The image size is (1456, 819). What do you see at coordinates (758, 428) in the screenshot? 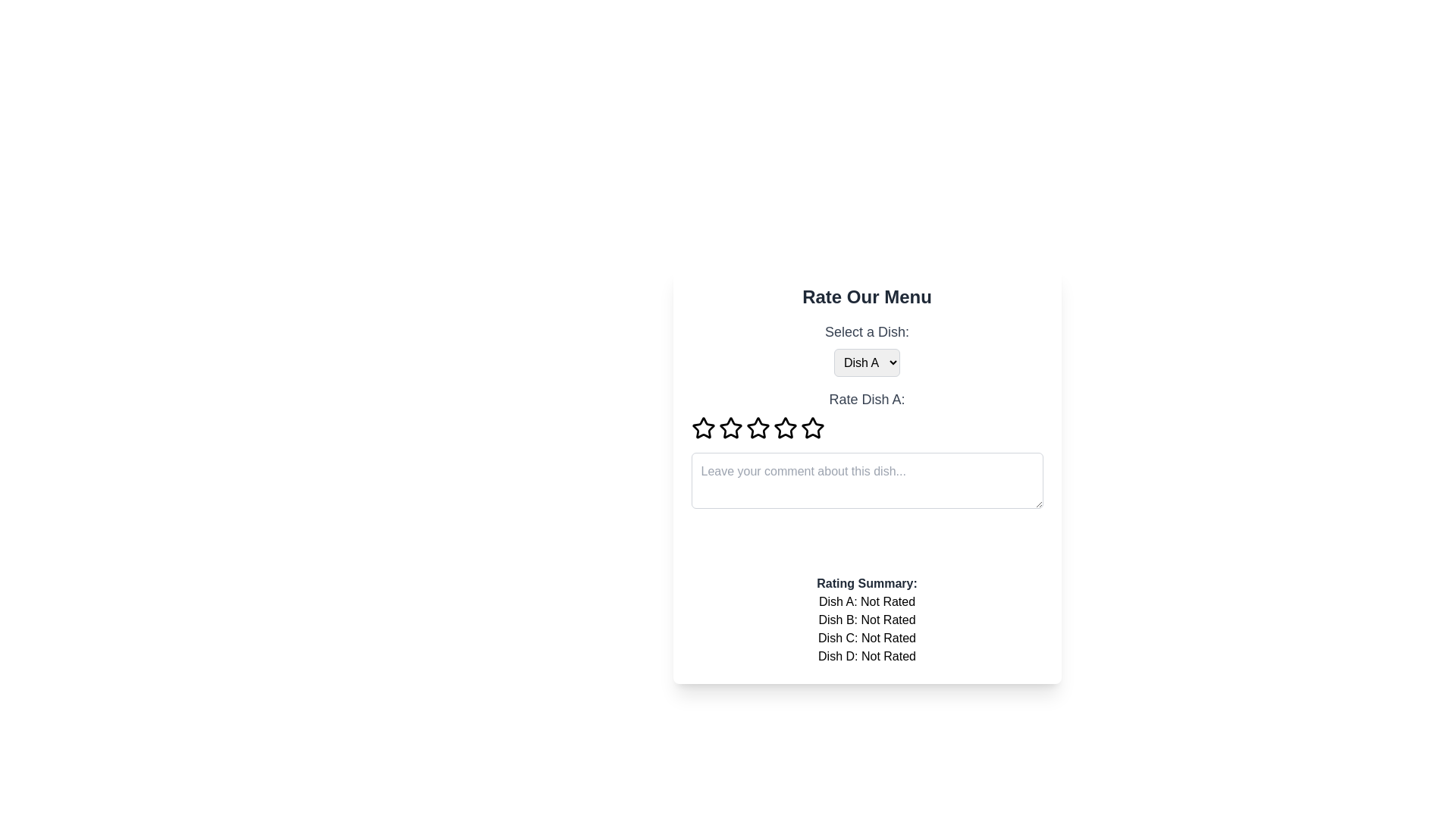
I see `the second star icon in the rating section to rate 'Dish A'` at bounding box center [758, 428].